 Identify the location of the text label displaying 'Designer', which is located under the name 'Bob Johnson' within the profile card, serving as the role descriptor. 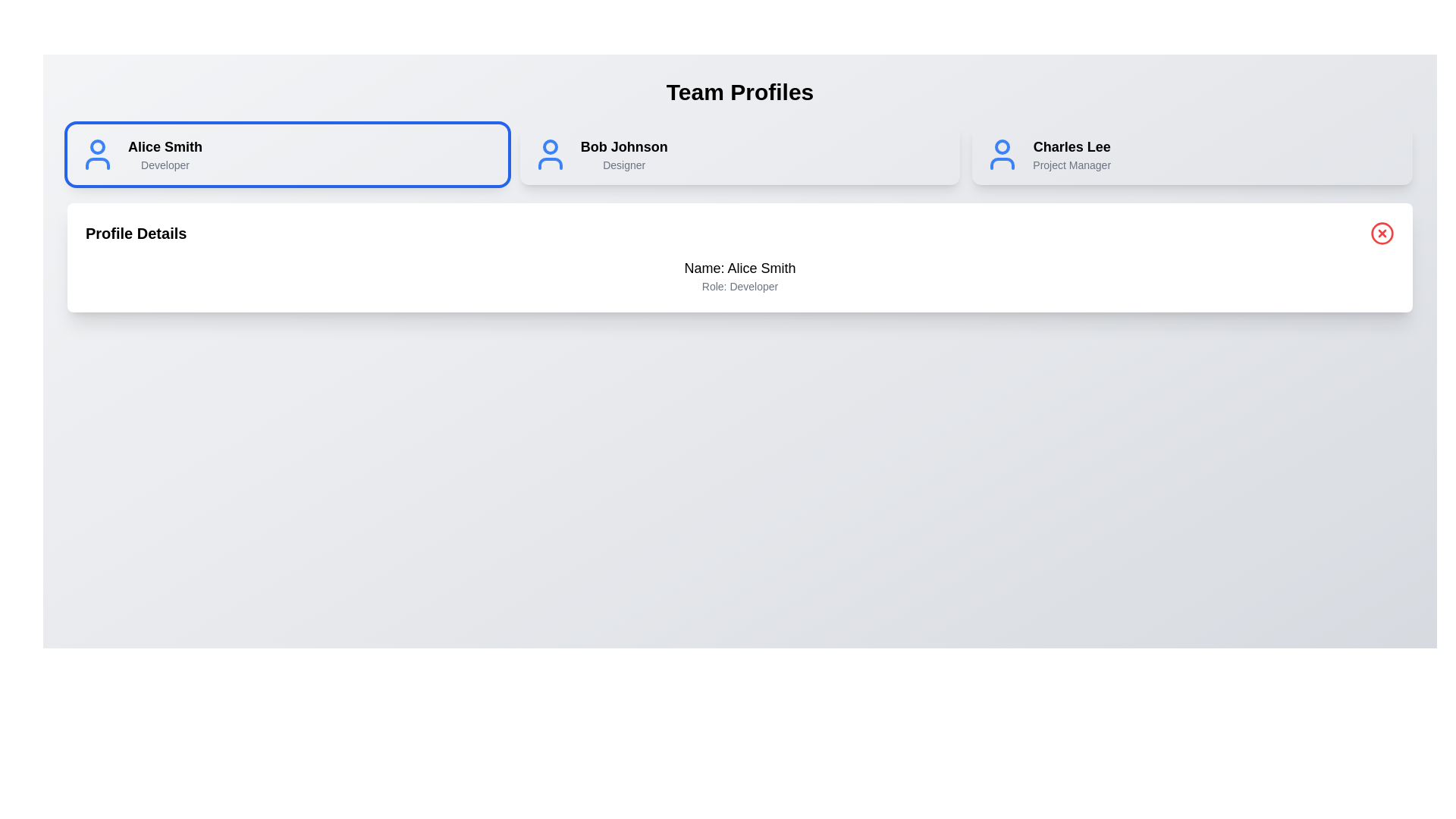
(624, 165).